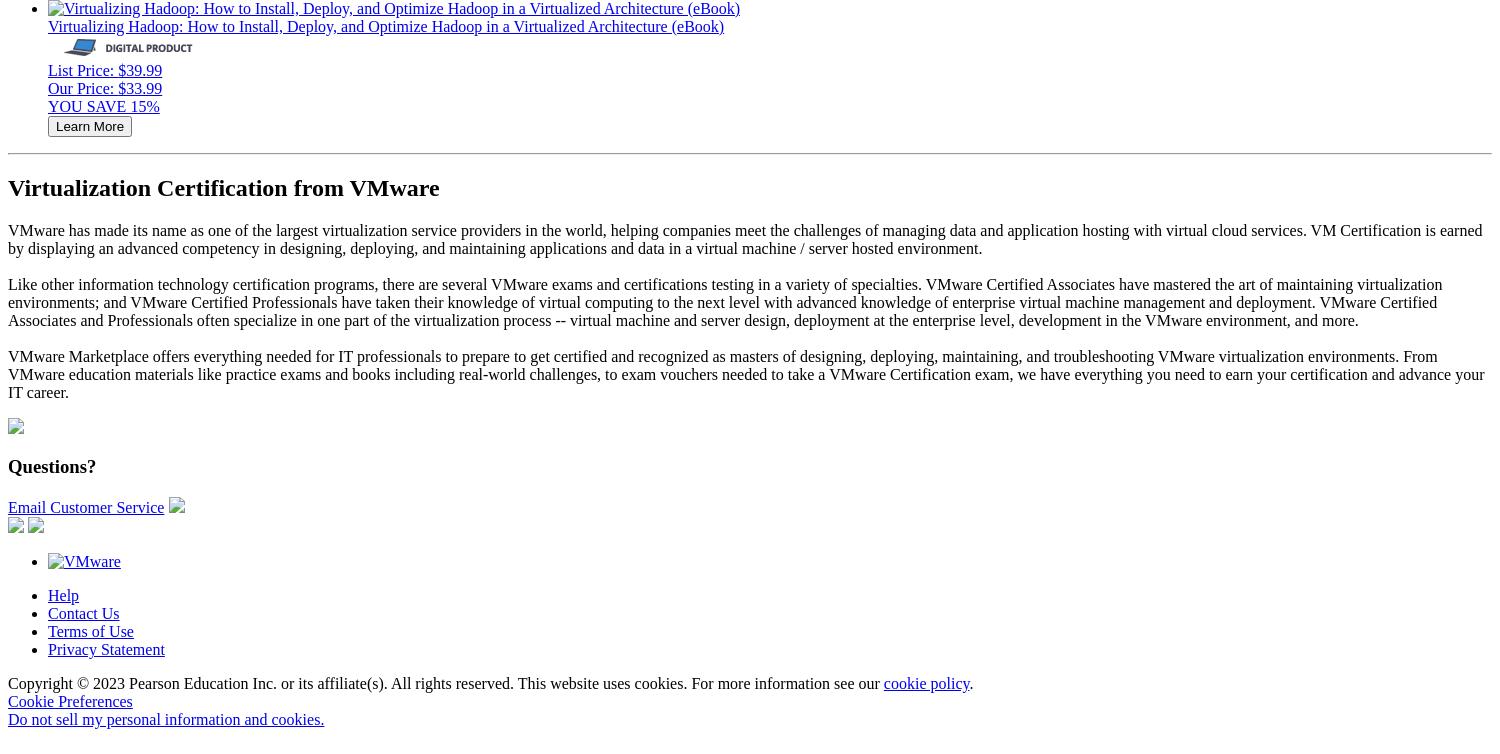  What do you see at coordinates (7, 718) in the screenshot?
I see `'Do not sell my personal information and cookies.'` at bounding box center [7, 718].